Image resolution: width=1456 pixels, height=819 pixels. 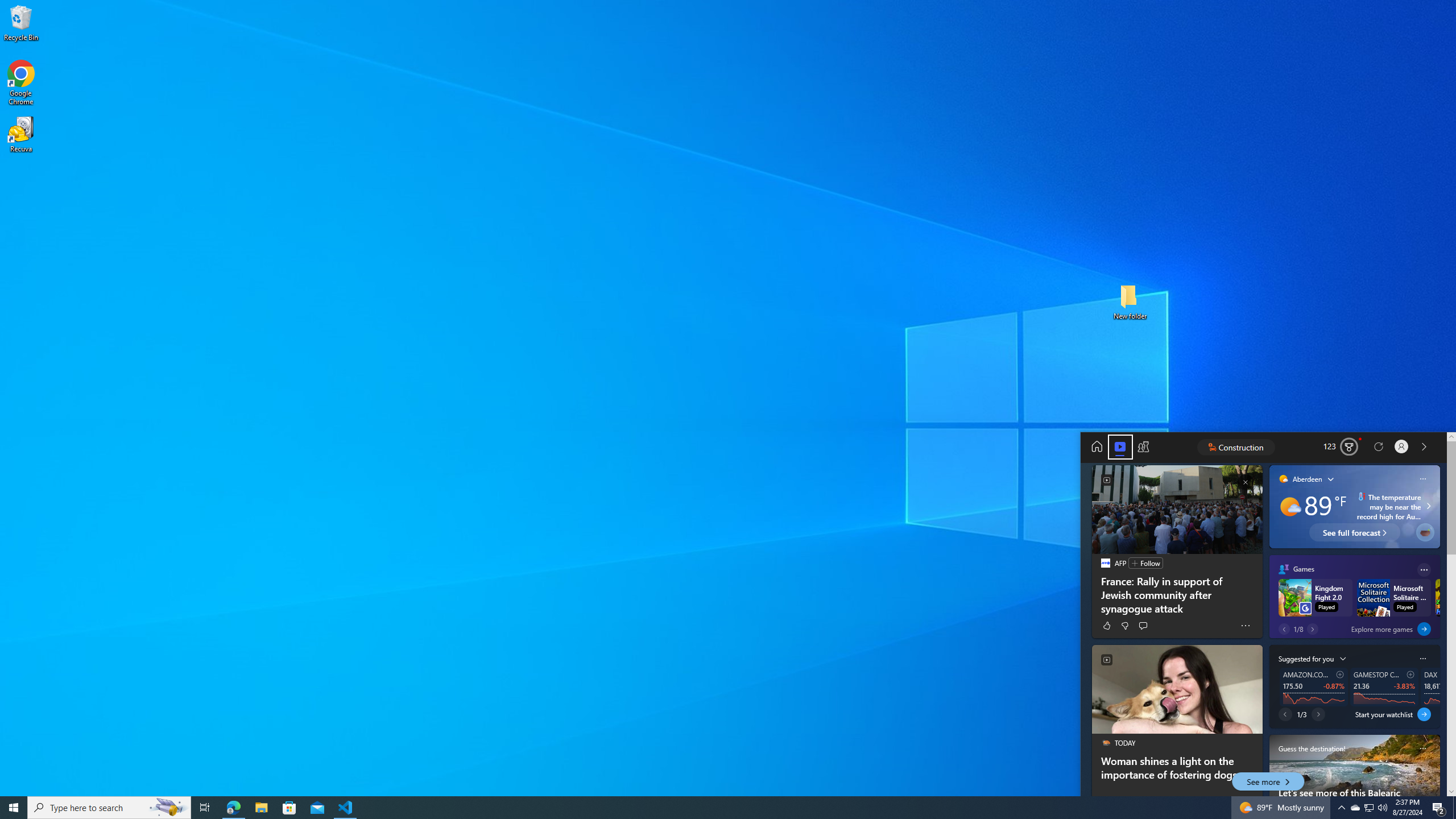 I want to click on 'Search highlights icon opens search home window', so click(x=167, y=806).